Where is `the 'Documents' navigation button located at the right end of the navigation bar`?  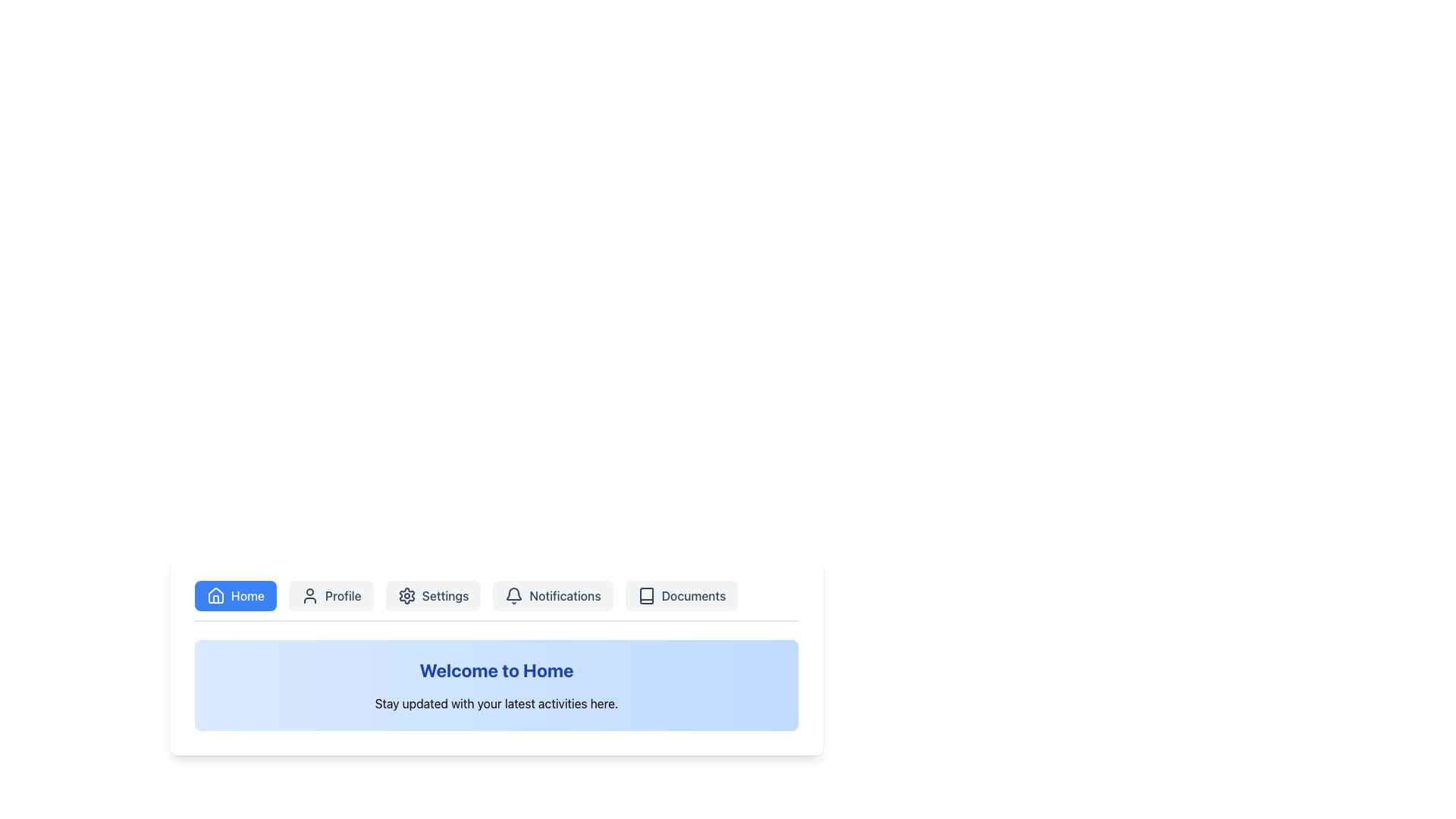
the 'Documents' navigation button located at the right end of the navigation bar is located at coordinates (680, 595).